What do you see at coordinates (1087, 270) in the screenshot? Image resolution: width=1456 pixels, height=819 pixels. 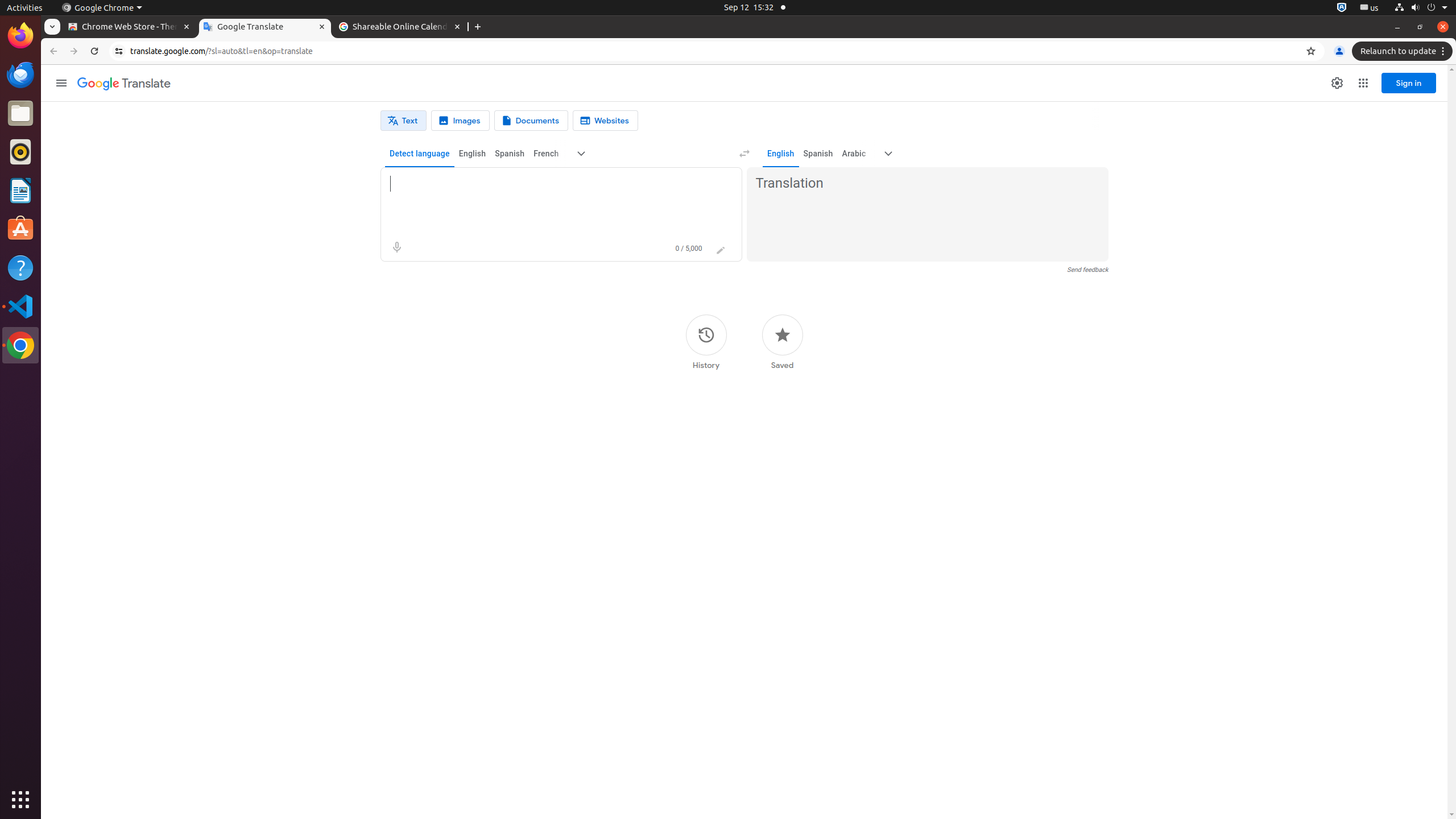 I see `'Send feedback'` at bounding box center [1087, 270].